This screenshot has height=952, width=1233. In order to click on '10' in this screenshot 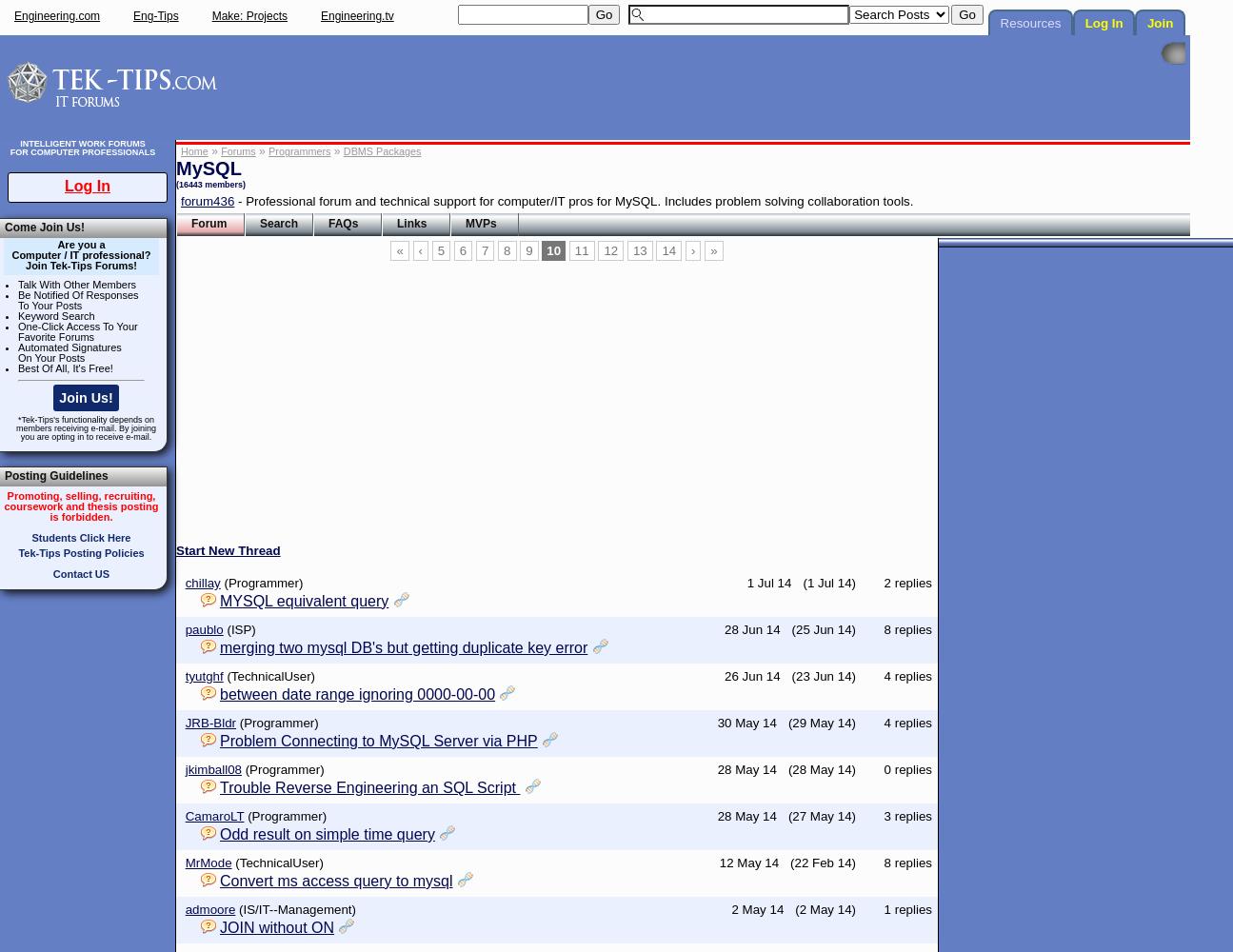, I will do `click(552, 250)`.